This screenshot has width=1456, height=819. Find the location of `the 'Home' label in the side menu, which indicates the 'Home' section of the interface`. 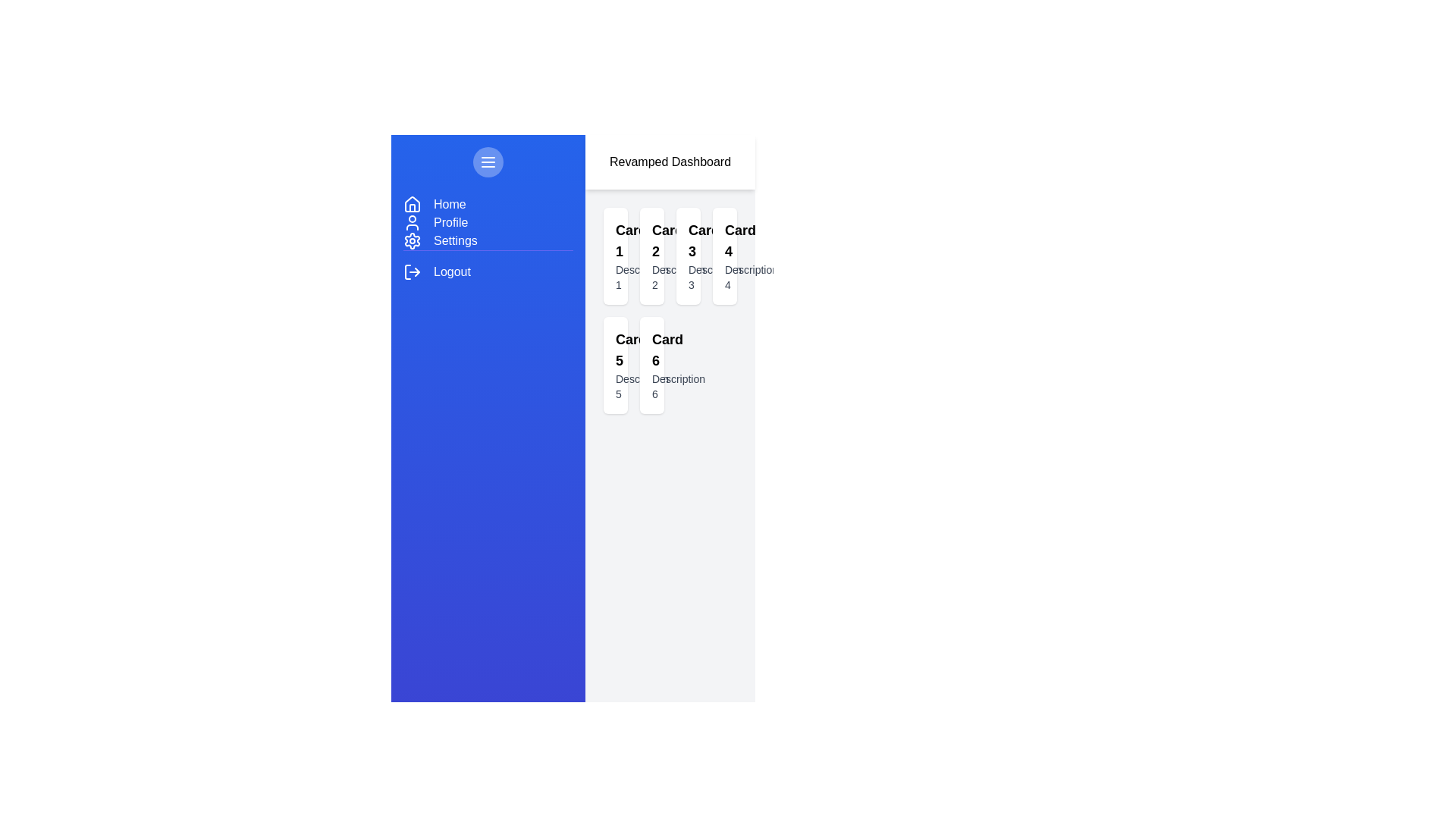

the 'Home' label in the side menu, which indicates the 'Home' section of the interface is located at coordinates (449, 205).